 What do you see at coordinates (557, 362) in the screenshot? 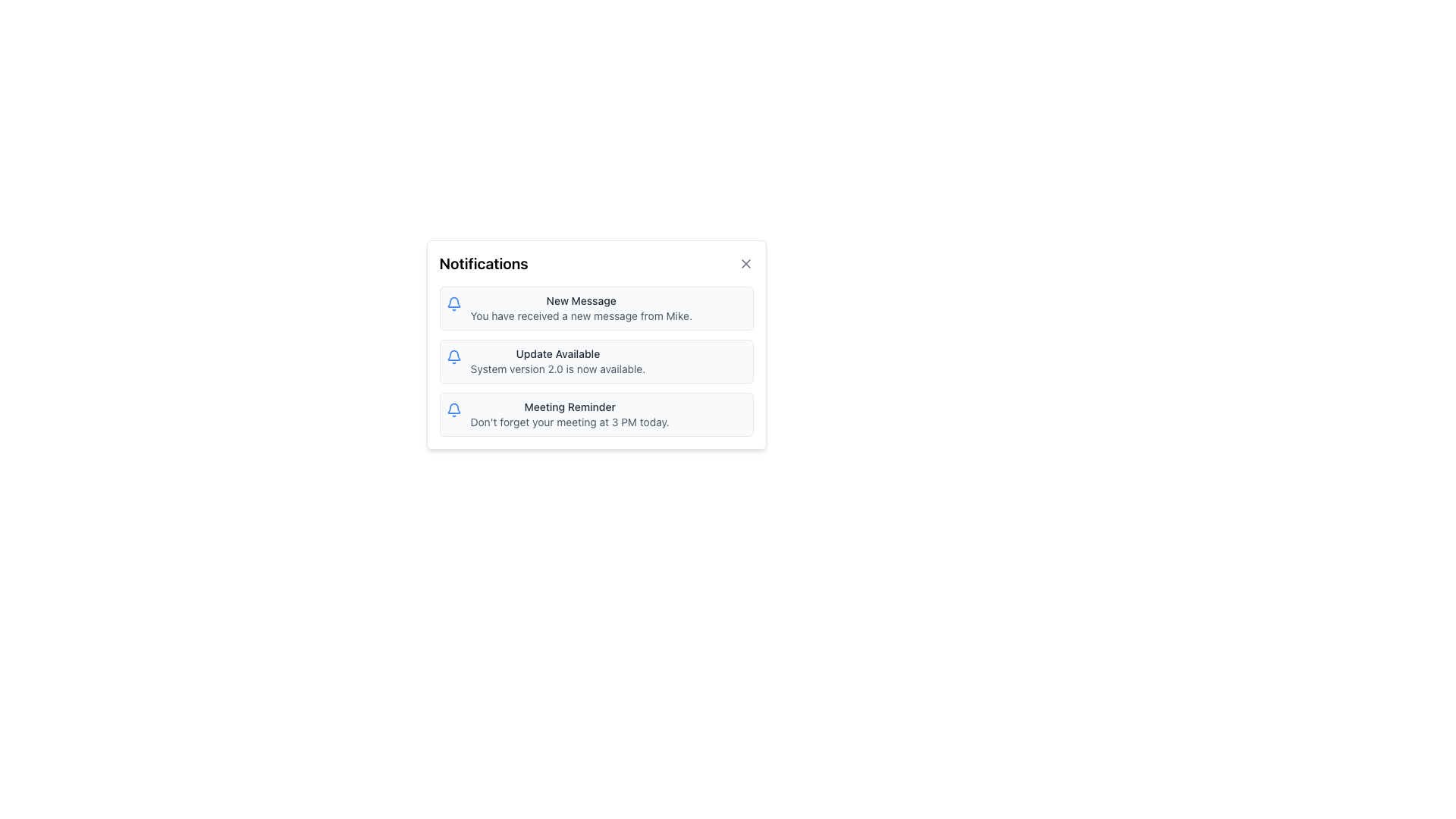
I see `notification content displayed in the text block that states 'Update Available' and 'System version 2.0 is now available.'` at bounding box center [557, 362].